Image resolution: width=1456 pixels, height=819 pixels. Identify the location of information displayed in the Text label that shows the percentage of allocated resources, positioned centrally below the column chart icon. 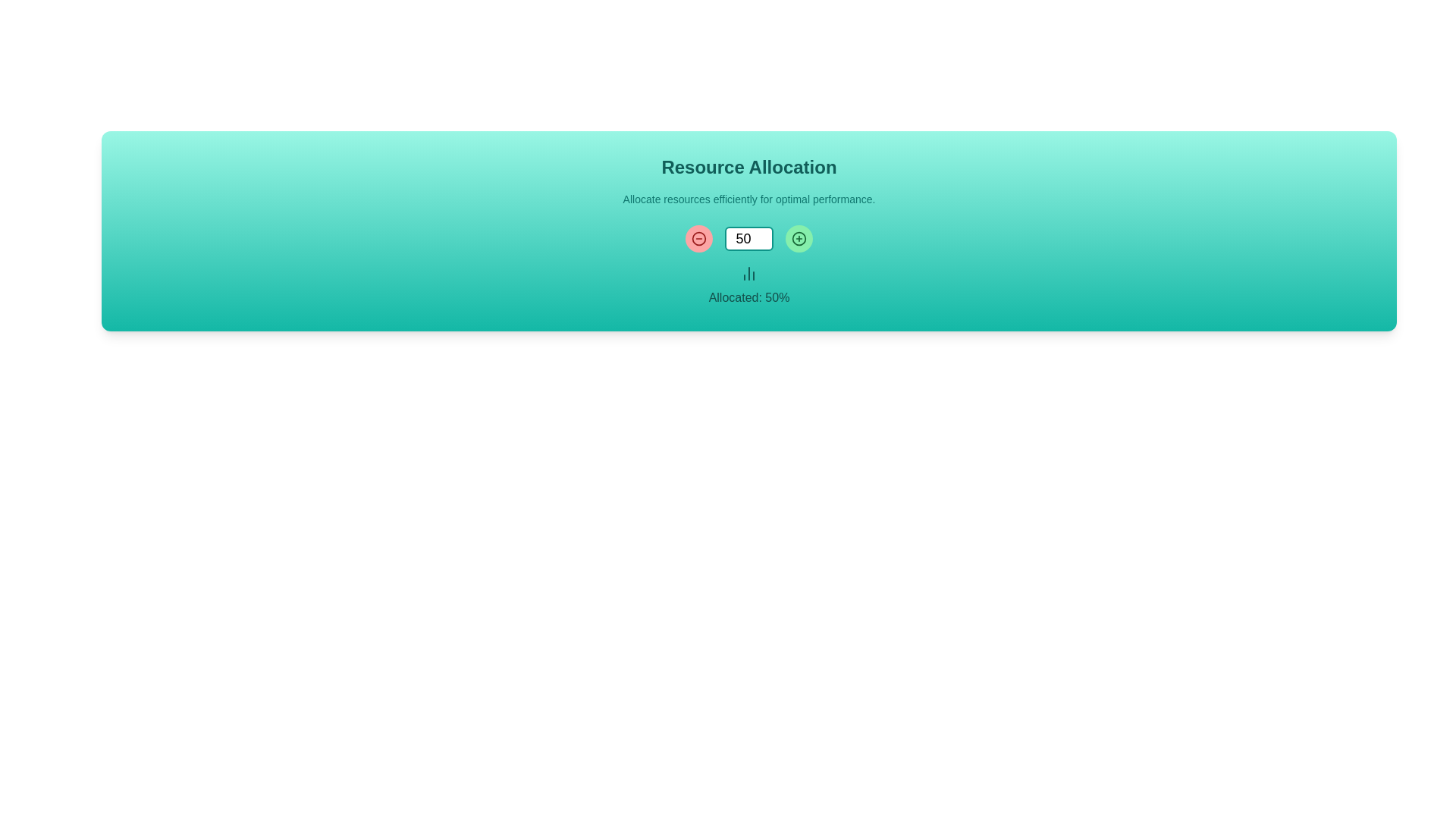
(749, 298).